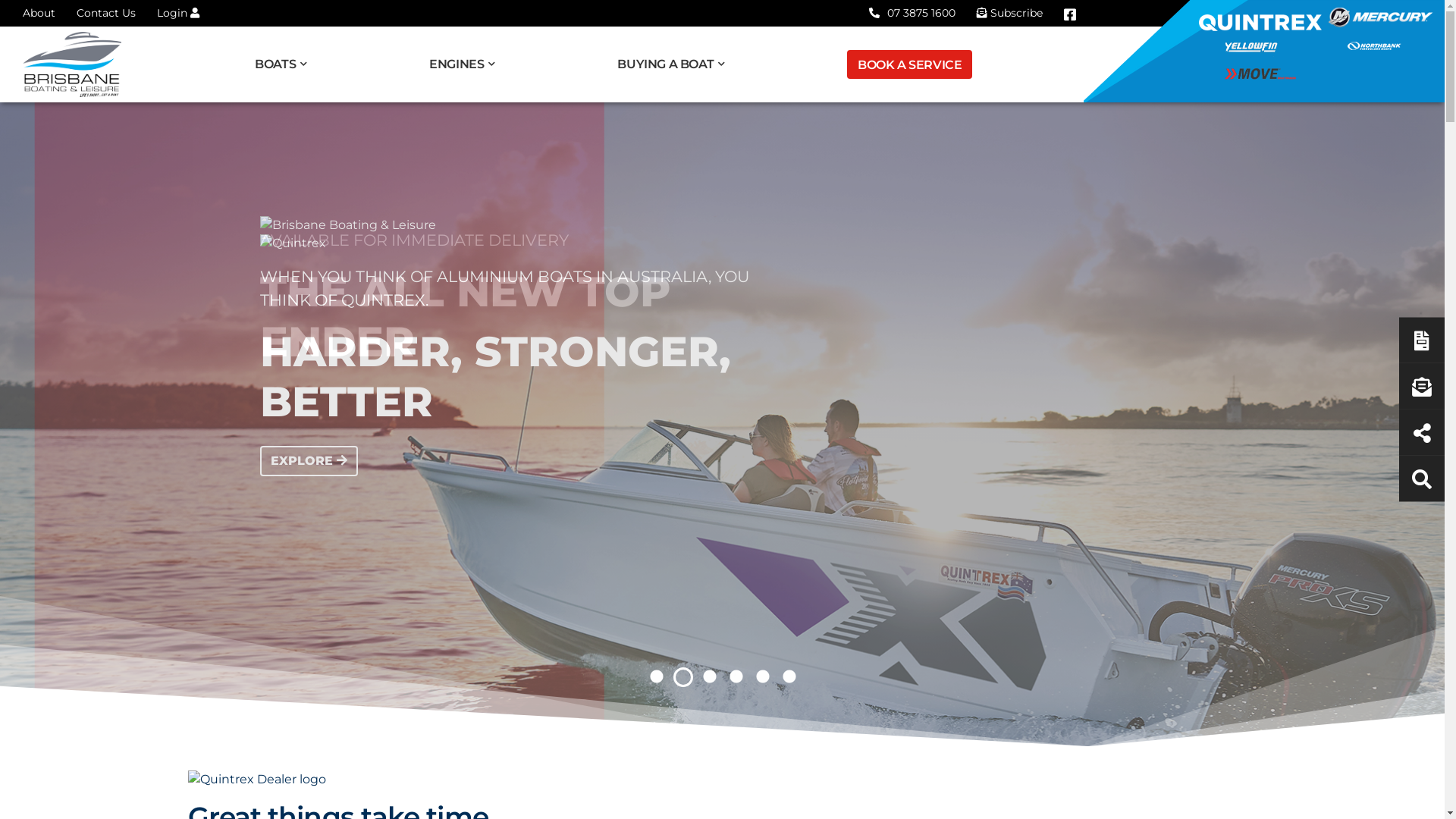  I want to click on '5', so click(752, 676).